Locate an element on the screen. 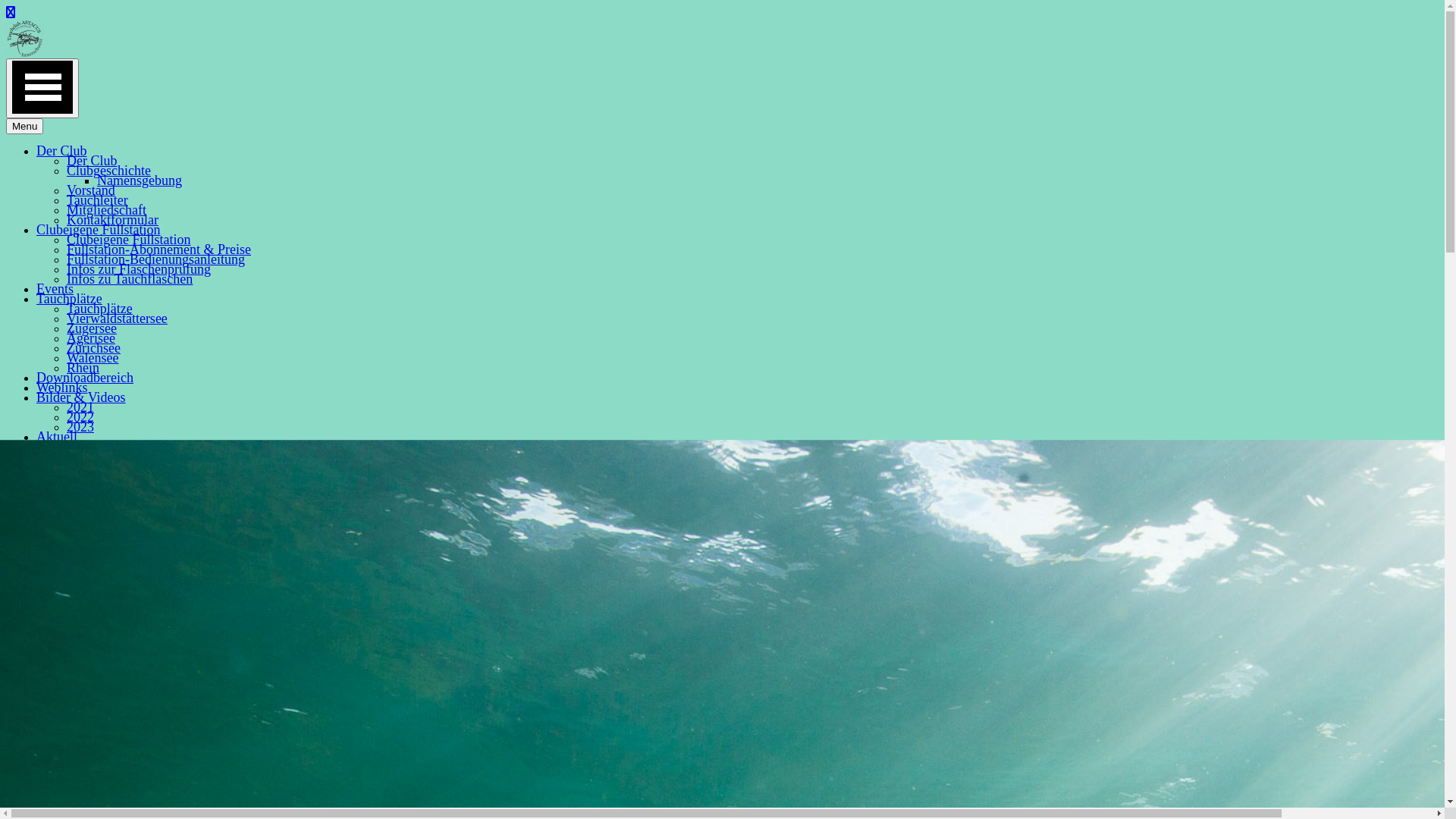 This screenshot has height=819, width=1456. 'Kontaktformular' is located at coordinates (65, 219).